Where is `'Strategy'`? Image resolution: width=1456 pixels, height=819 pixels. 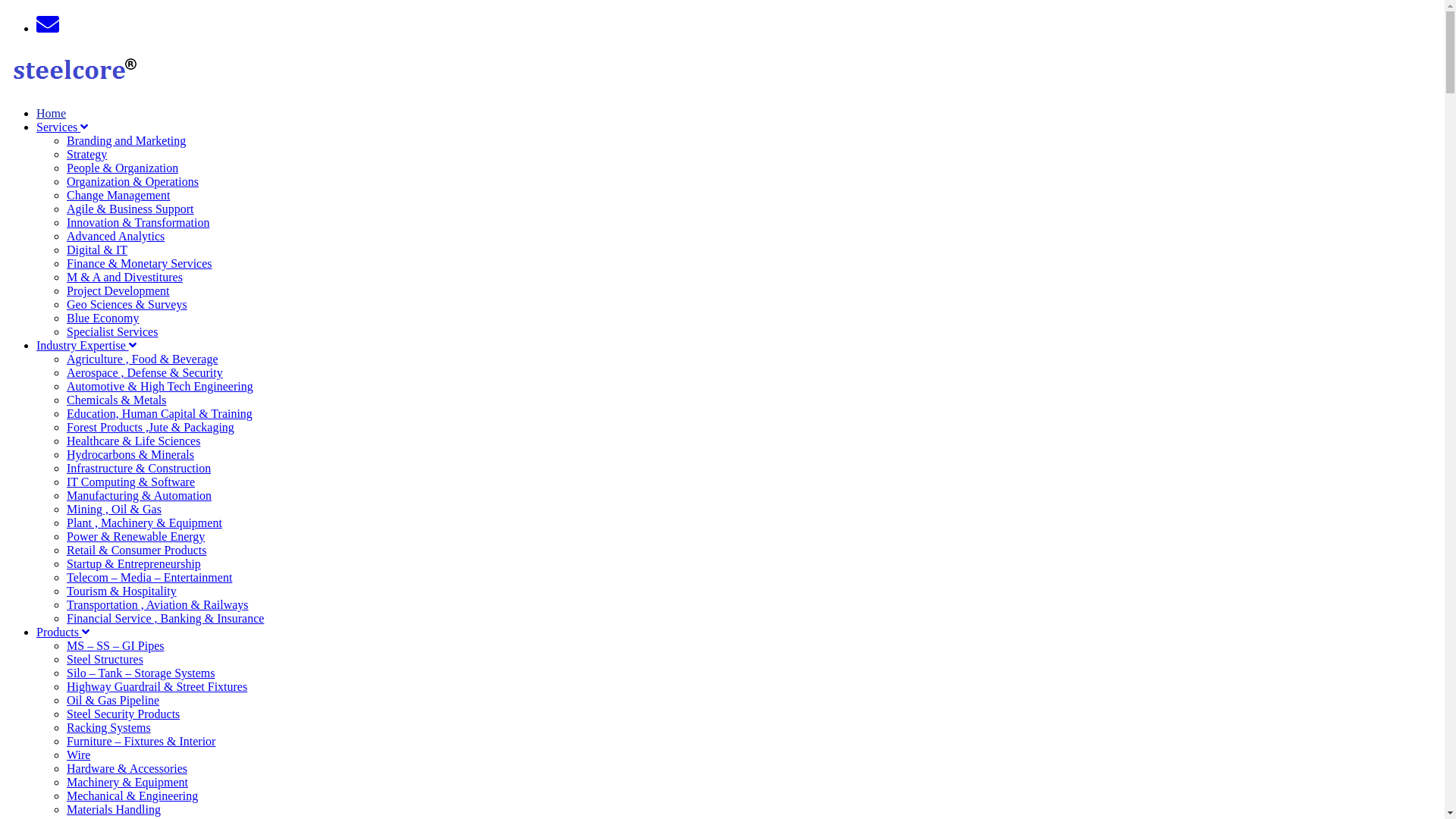
'Strategy' is located at coordinates (86, 154).